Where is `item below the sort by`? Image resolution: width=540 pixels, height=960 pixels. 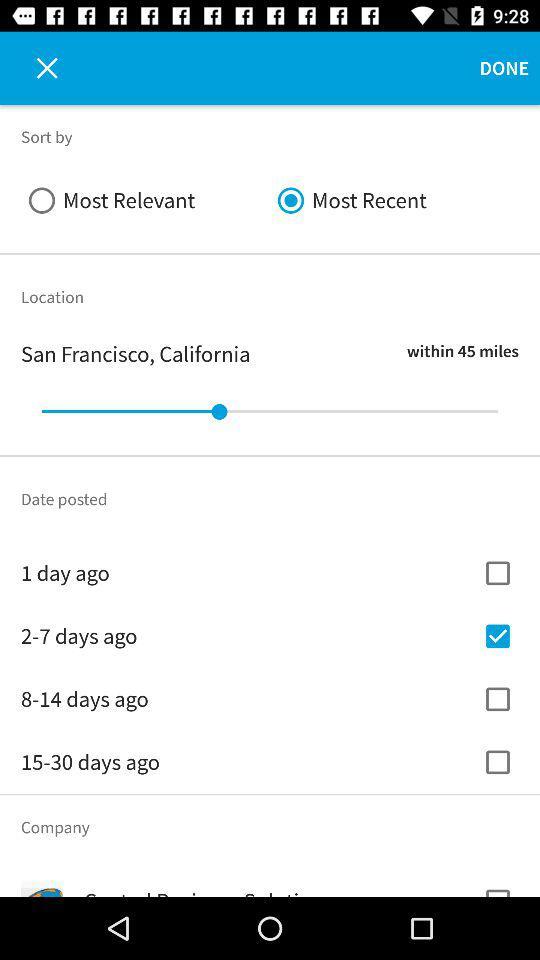 item below the sort by is located at coordinates (144, 200).